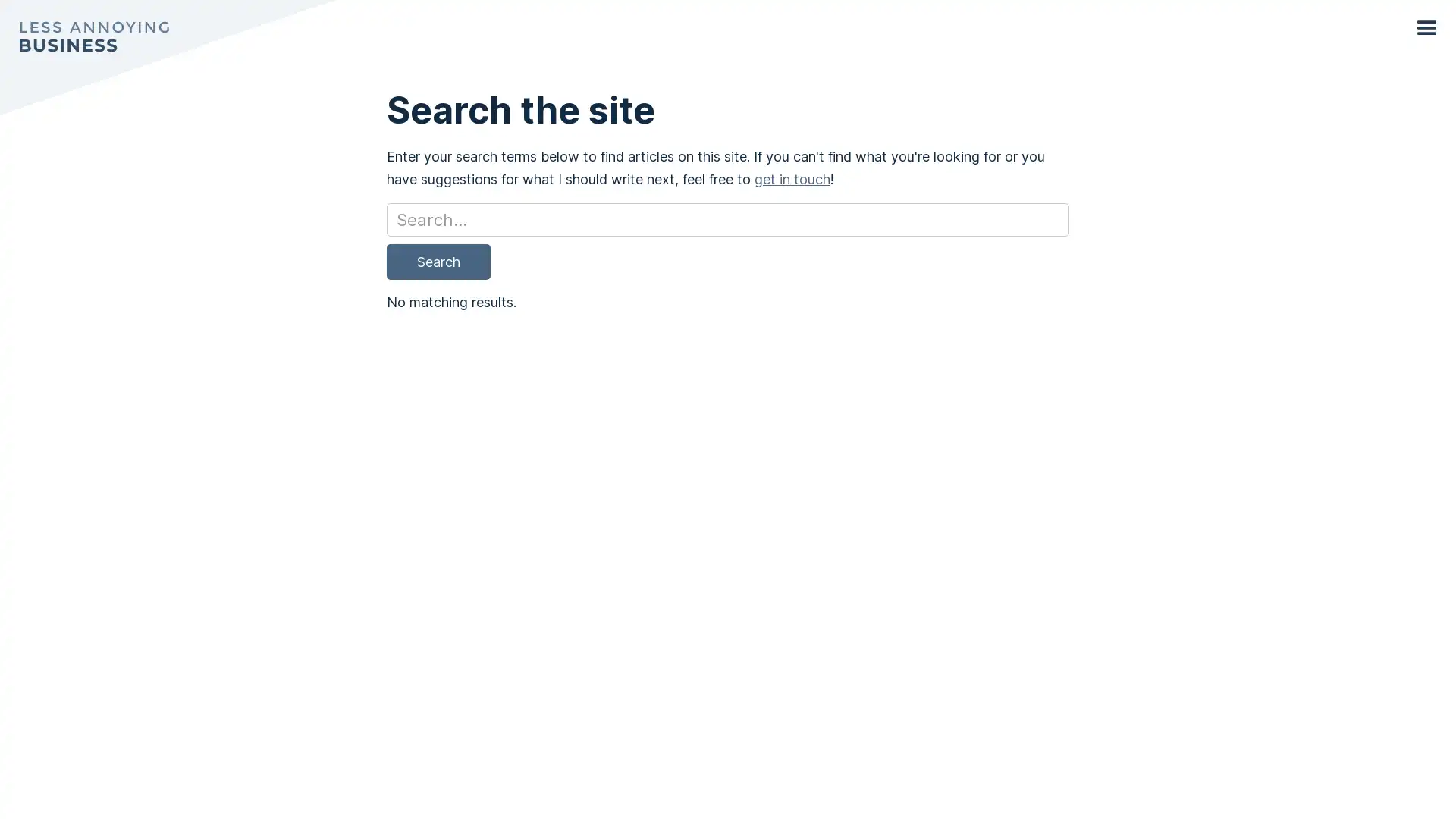 The width and height of the screenshot is (1456, 819). I want to click on Search, so click(438, 260).